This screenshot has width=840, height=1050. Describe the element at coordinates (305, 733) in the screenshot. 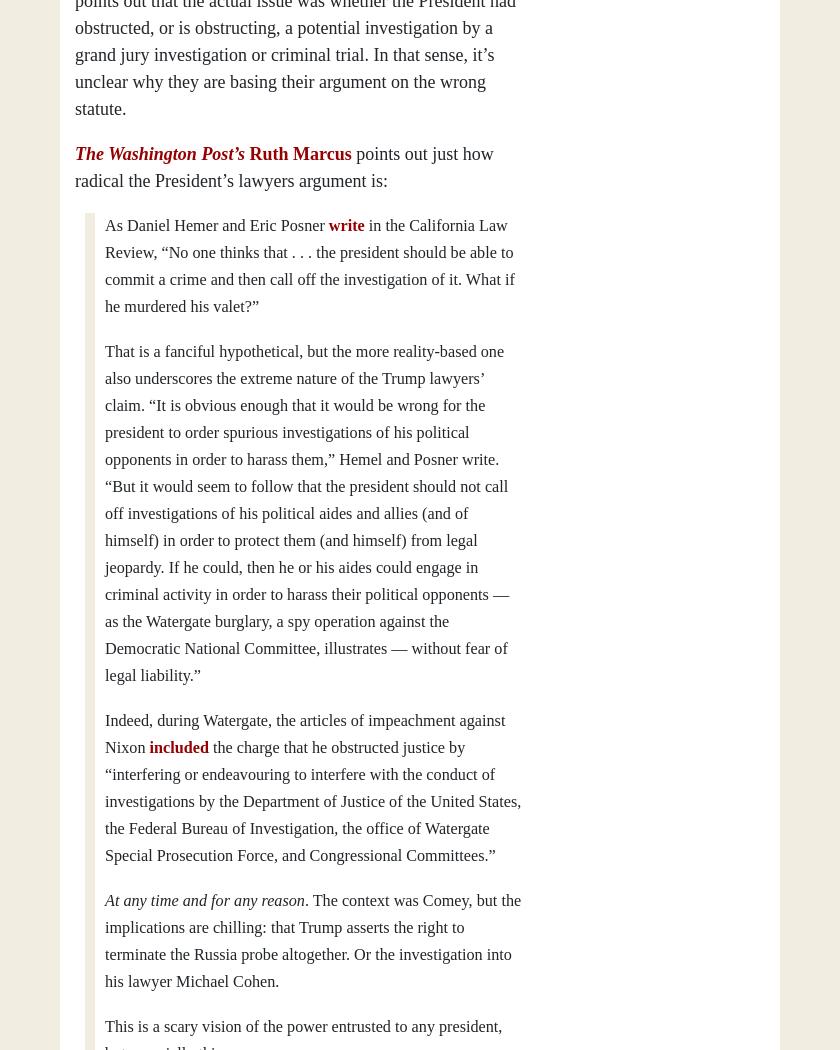

I see `'Indeed, during Watergate, the articles of impeachment against Nixon'` at that location.